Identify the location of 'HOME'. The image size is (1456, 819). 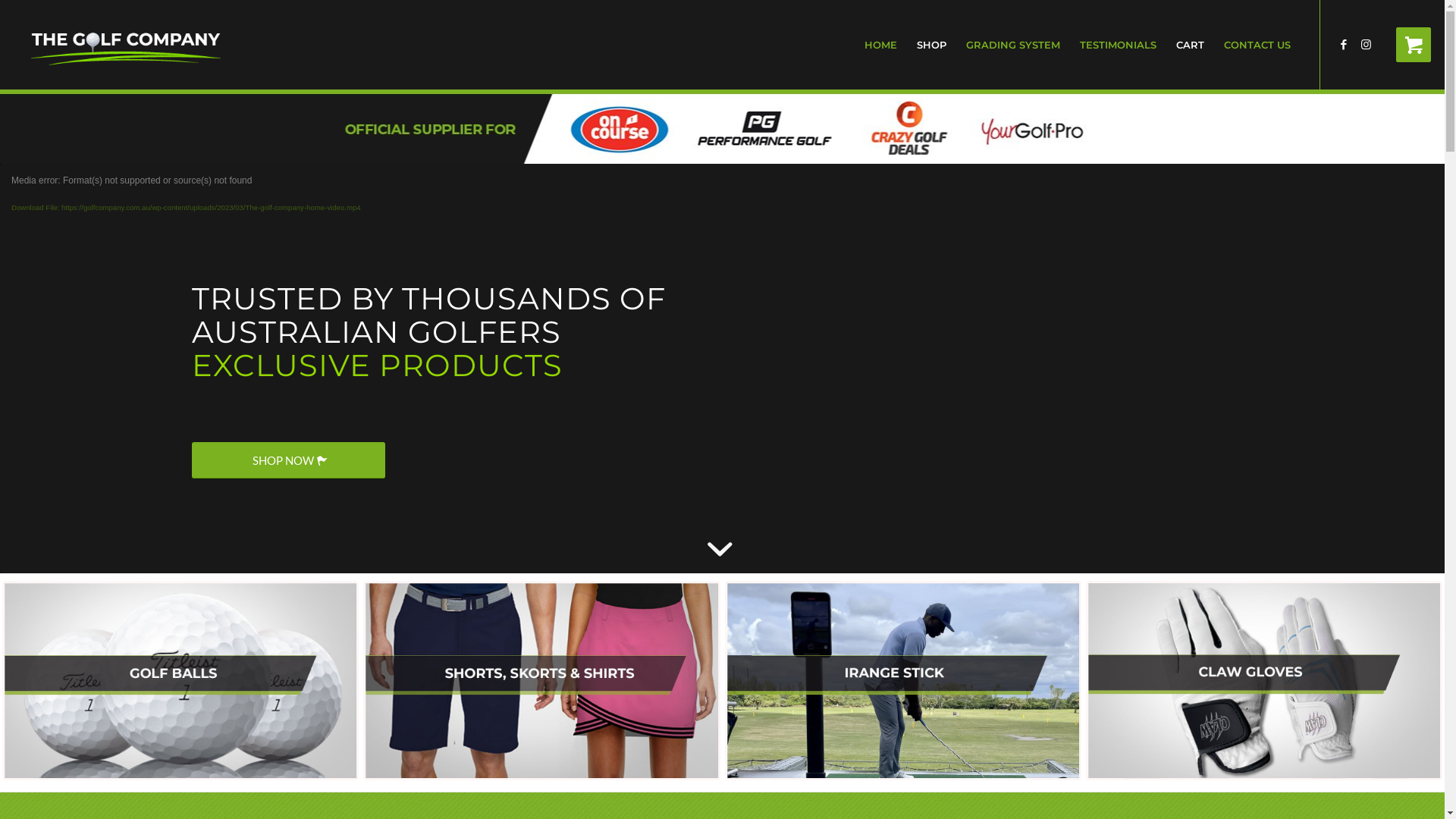
(880, 43).